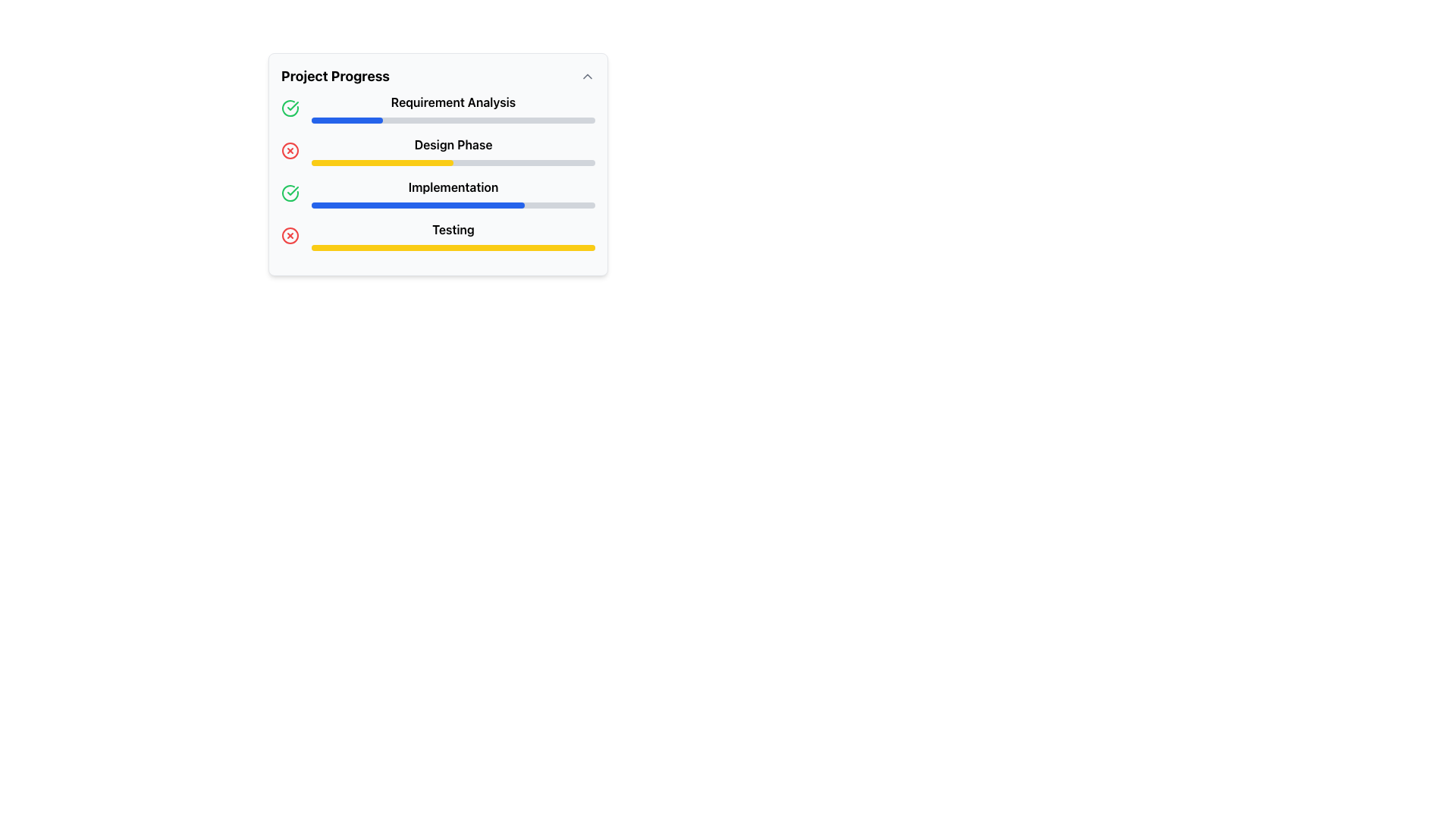 This screenshot has height=819, width=1456. What do you see at coordinates (453, 145) in the screenshot?
I see `the 'Design Phase' text label in the progress tracker interface, which is displayed in bold sans-serif font and positioned between 'Requirement Analysis' and 'Implementation'` at bounding box center [453, 145].